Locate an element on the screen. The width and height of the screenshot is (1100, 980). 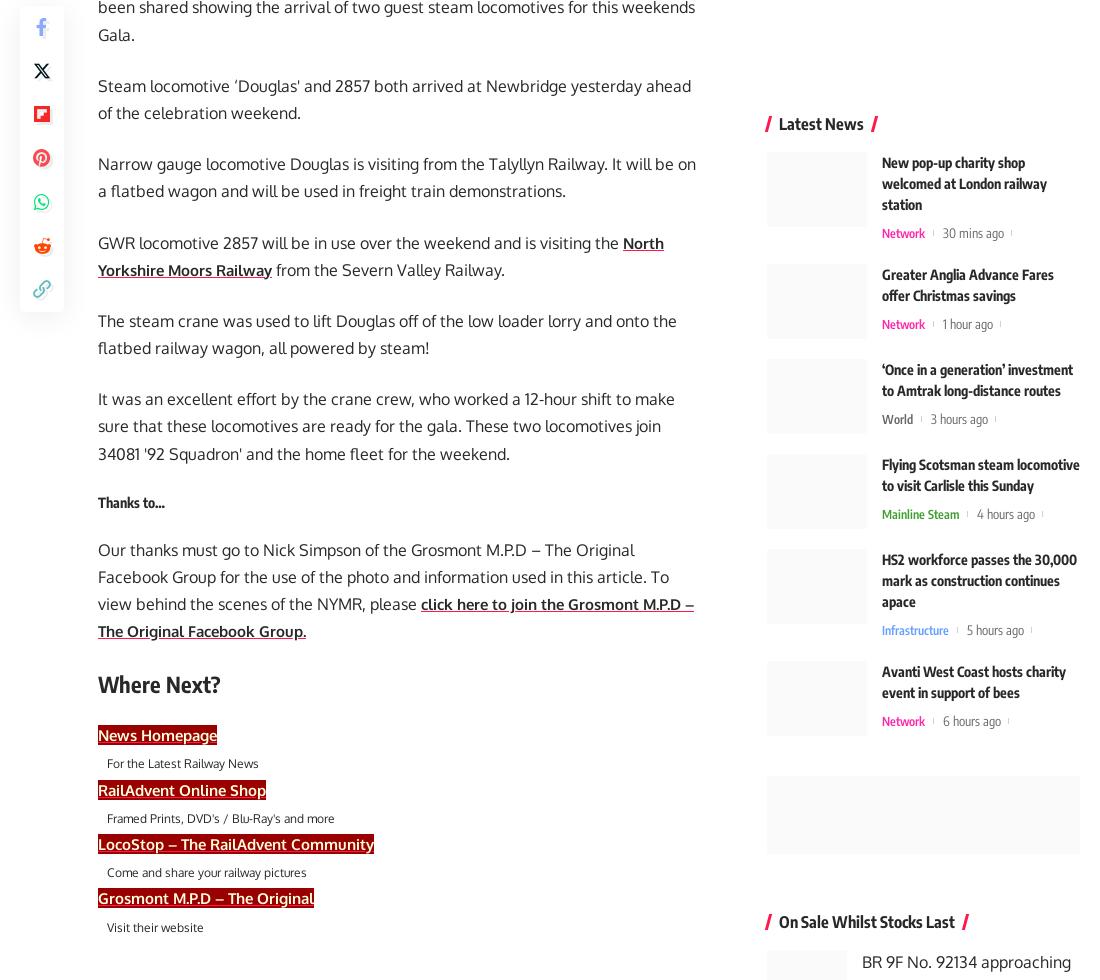
'Latest News' is located at coordinates (820, 117).